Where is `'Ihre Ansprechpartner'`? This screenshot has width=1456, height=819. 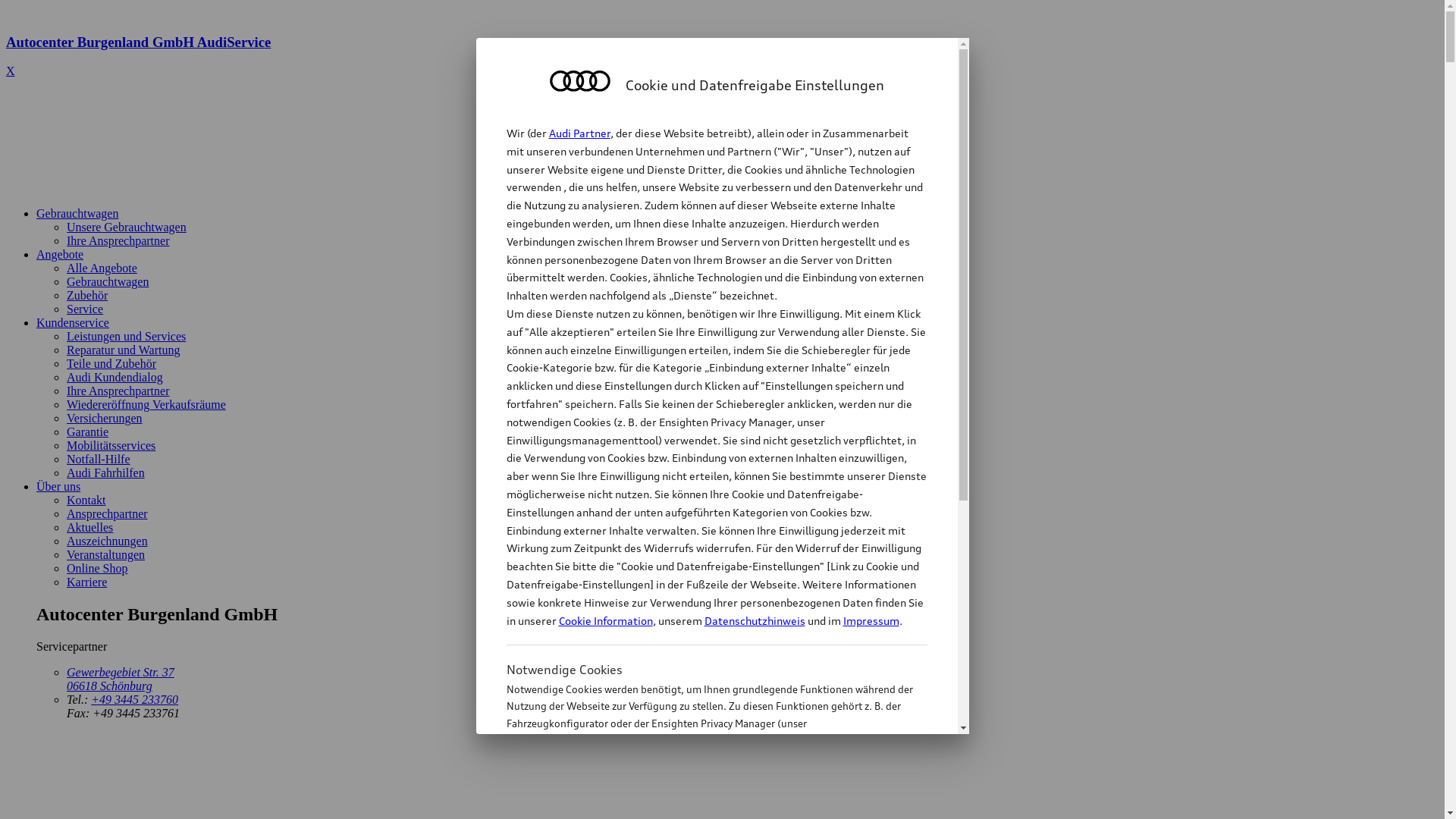 'Ihre Ansprechpartner' is located at coordinates (65, 390).